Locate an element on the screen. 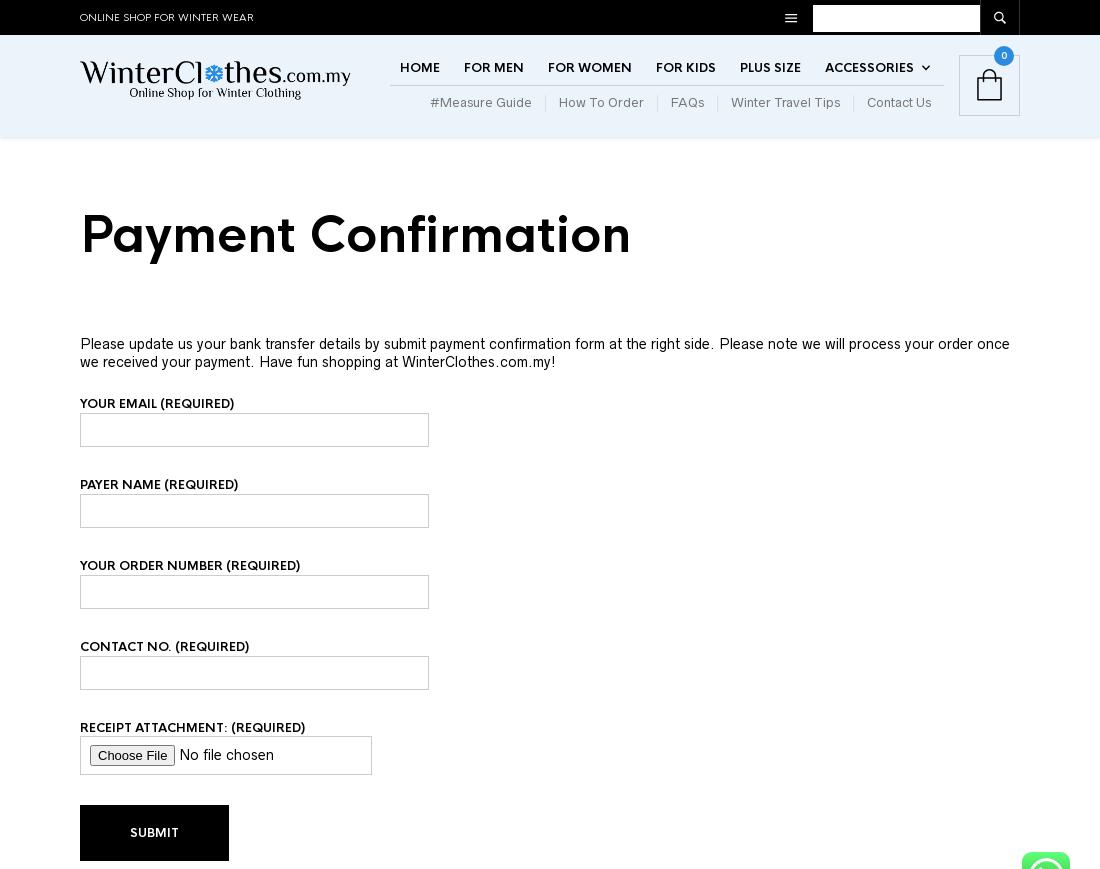 This screenshot has height=869, width=1100. '0' is located at coordinates (1002, 73).